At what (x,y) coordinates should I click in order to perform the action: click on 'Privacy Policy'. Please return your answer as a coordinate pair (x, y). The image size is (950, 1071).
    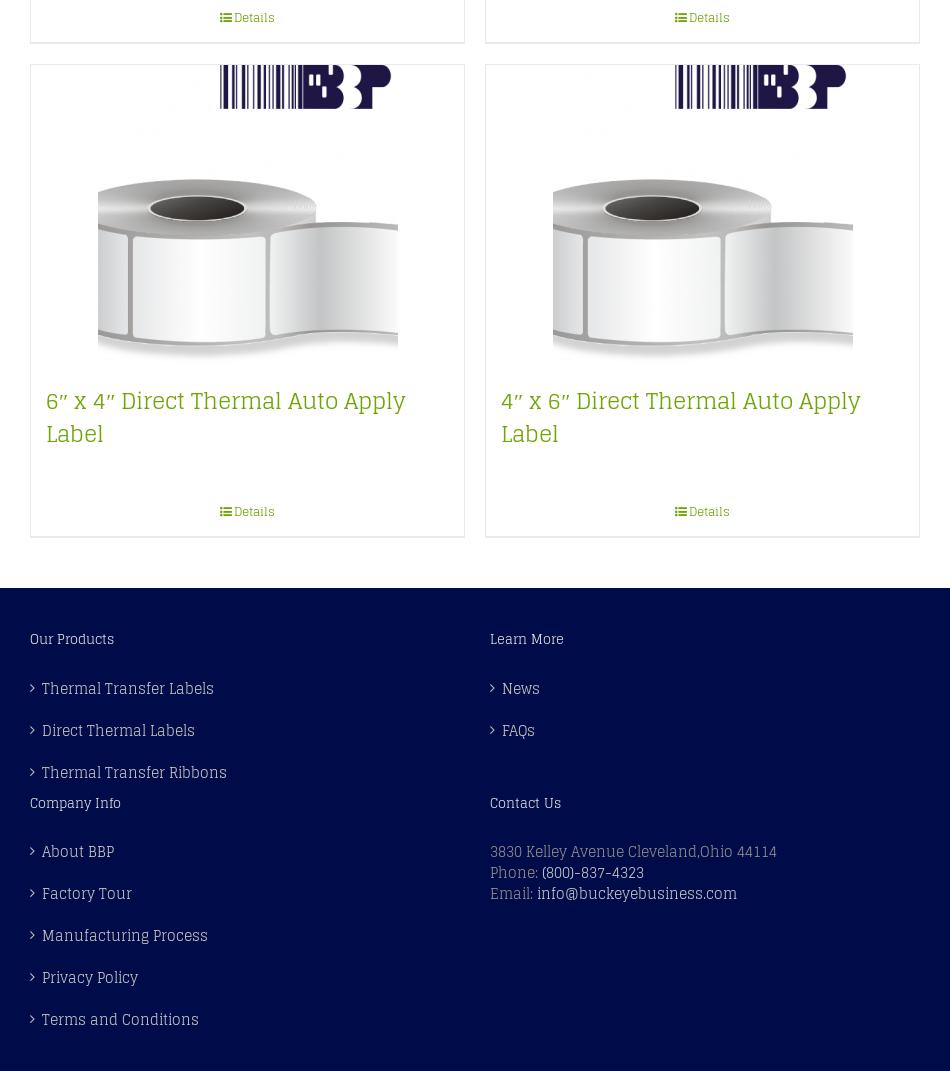
    Looking at the image, I should click on (41, 976).